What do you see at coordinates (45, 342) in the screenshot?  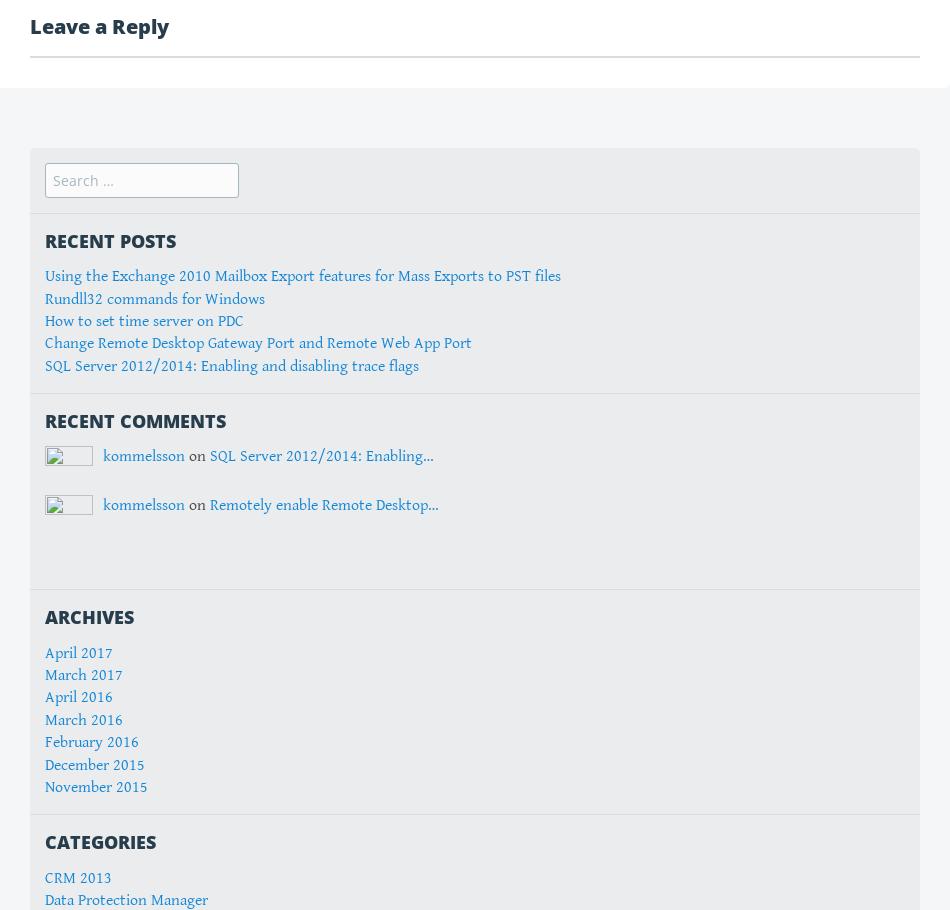 I see `'Change Remote Desktop Gateway Port and Remote Web App Port'` at bounding box center [45, 342].